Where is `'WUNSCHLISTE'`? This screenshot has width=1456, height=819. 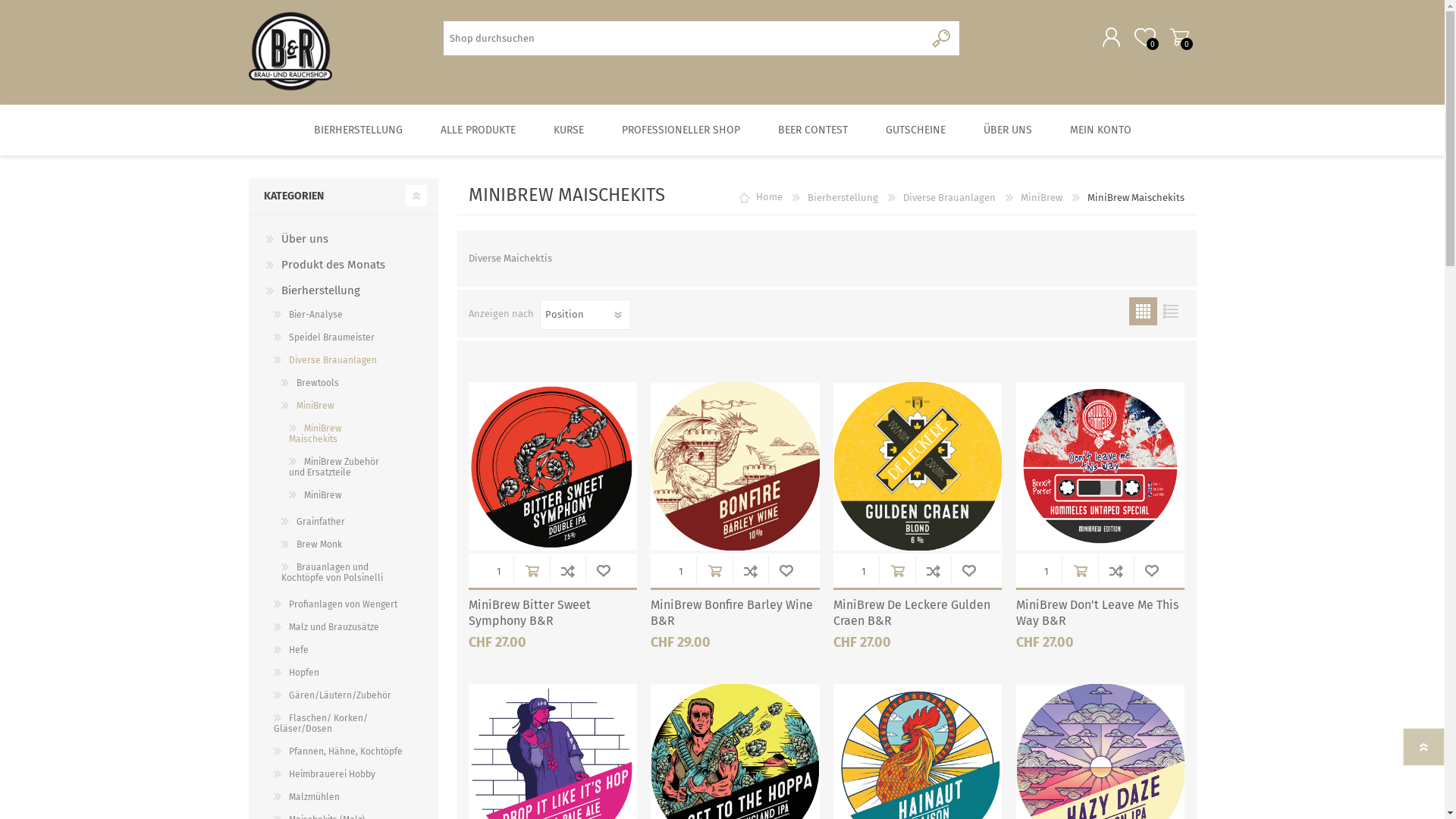
'WUNSCHLISTE' is located at coordinates (1151, 570).